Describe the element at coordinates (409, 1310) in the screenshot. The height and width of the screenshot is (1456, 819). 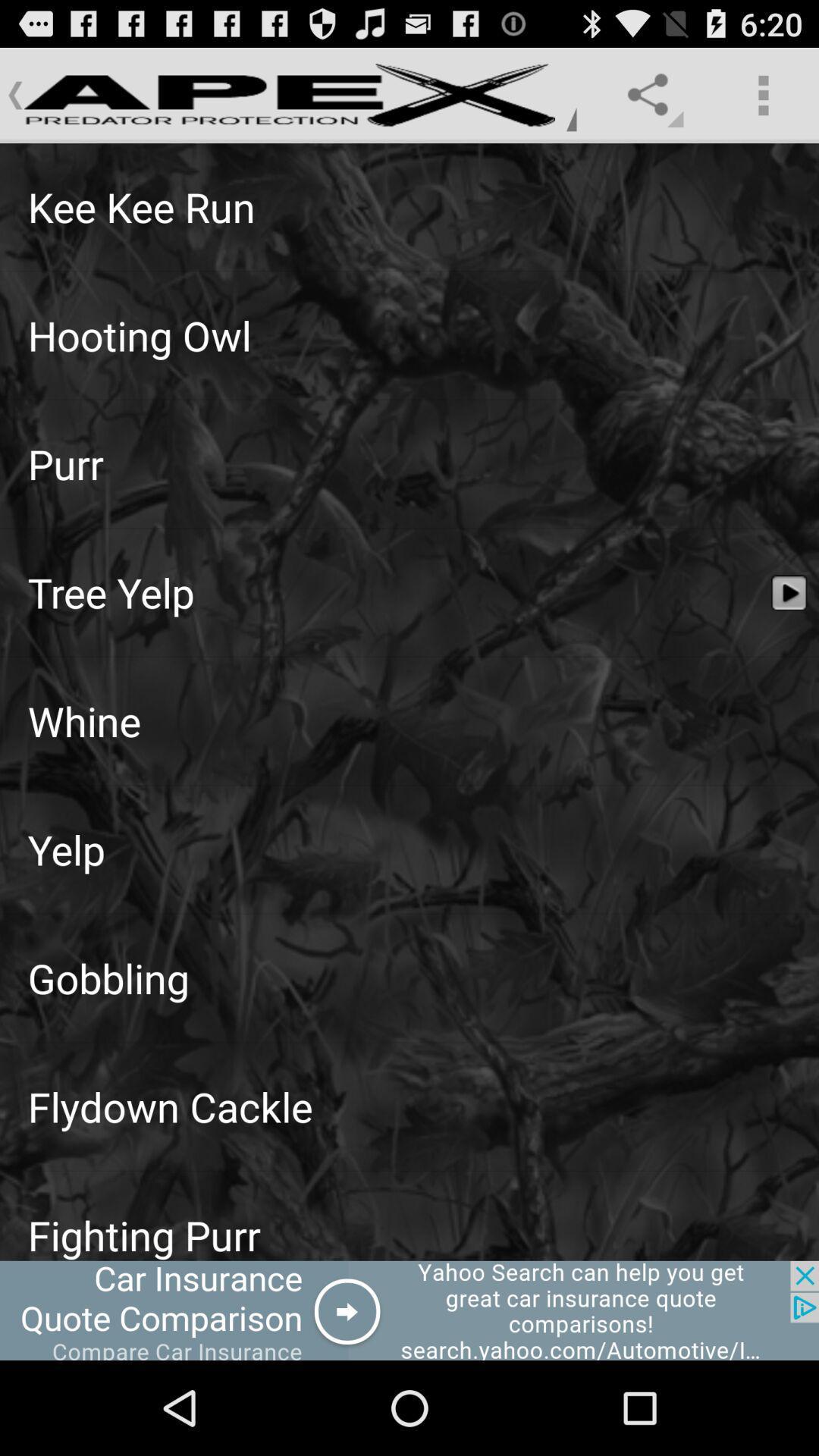
I see `open advertisement` at that location.